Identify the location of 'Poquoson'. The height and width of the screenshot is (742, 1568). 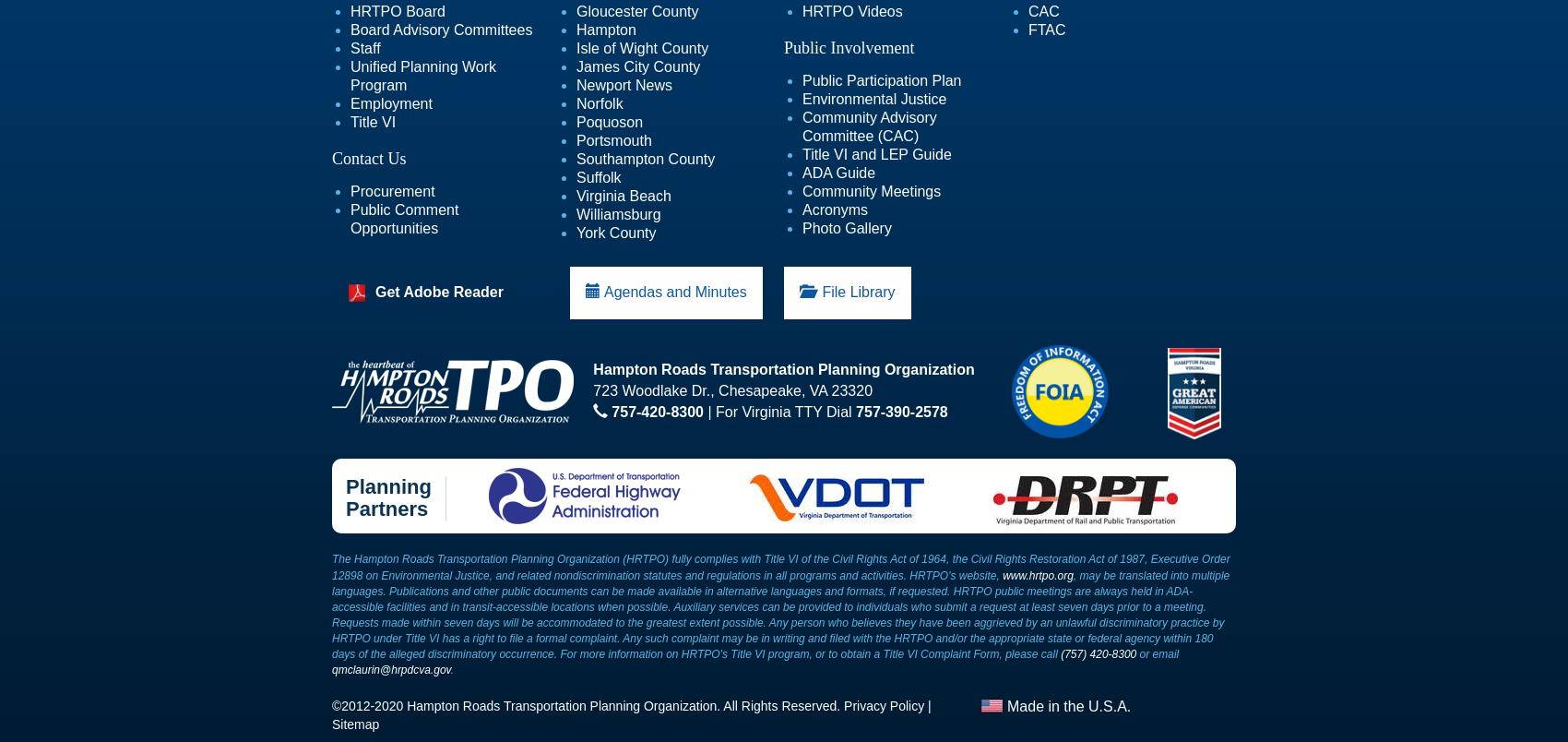
(609, 122).